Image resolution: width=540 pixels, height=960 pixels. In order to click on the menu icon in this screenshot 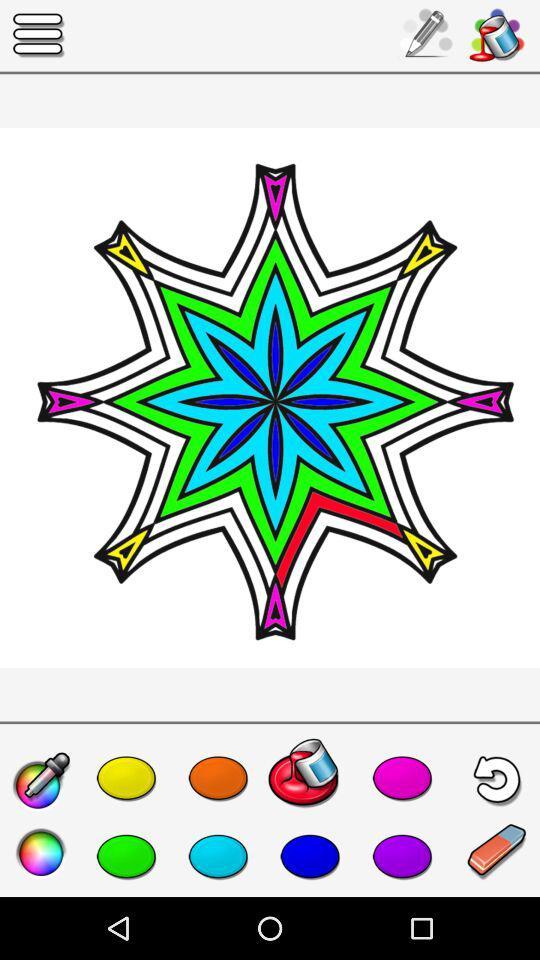, I will do `click(39, 34)`.